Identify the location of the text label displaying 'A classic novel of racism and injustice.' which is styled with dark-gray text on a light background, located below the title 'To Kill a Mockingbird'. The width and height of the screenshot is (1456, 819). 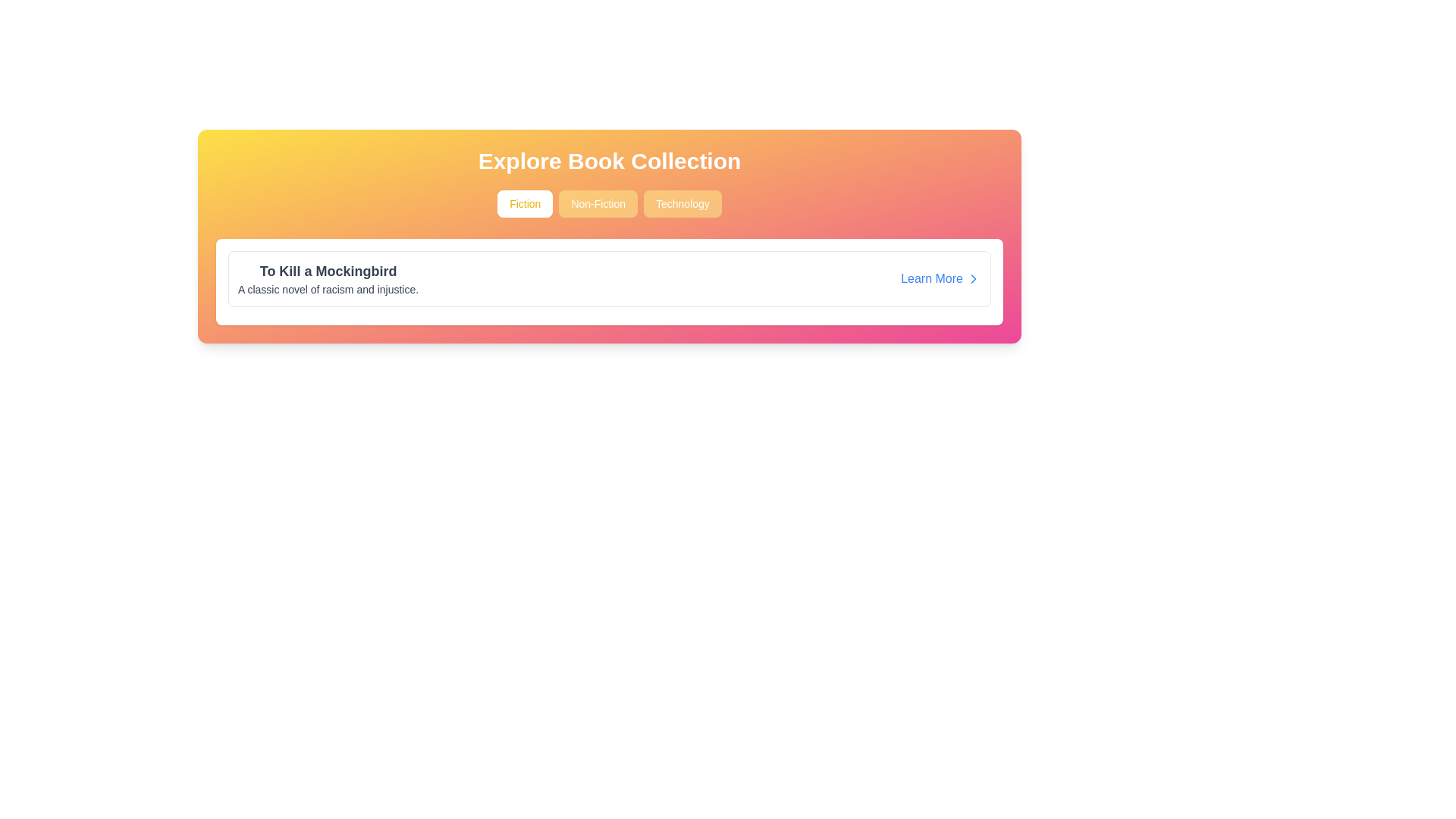
(327, 289).